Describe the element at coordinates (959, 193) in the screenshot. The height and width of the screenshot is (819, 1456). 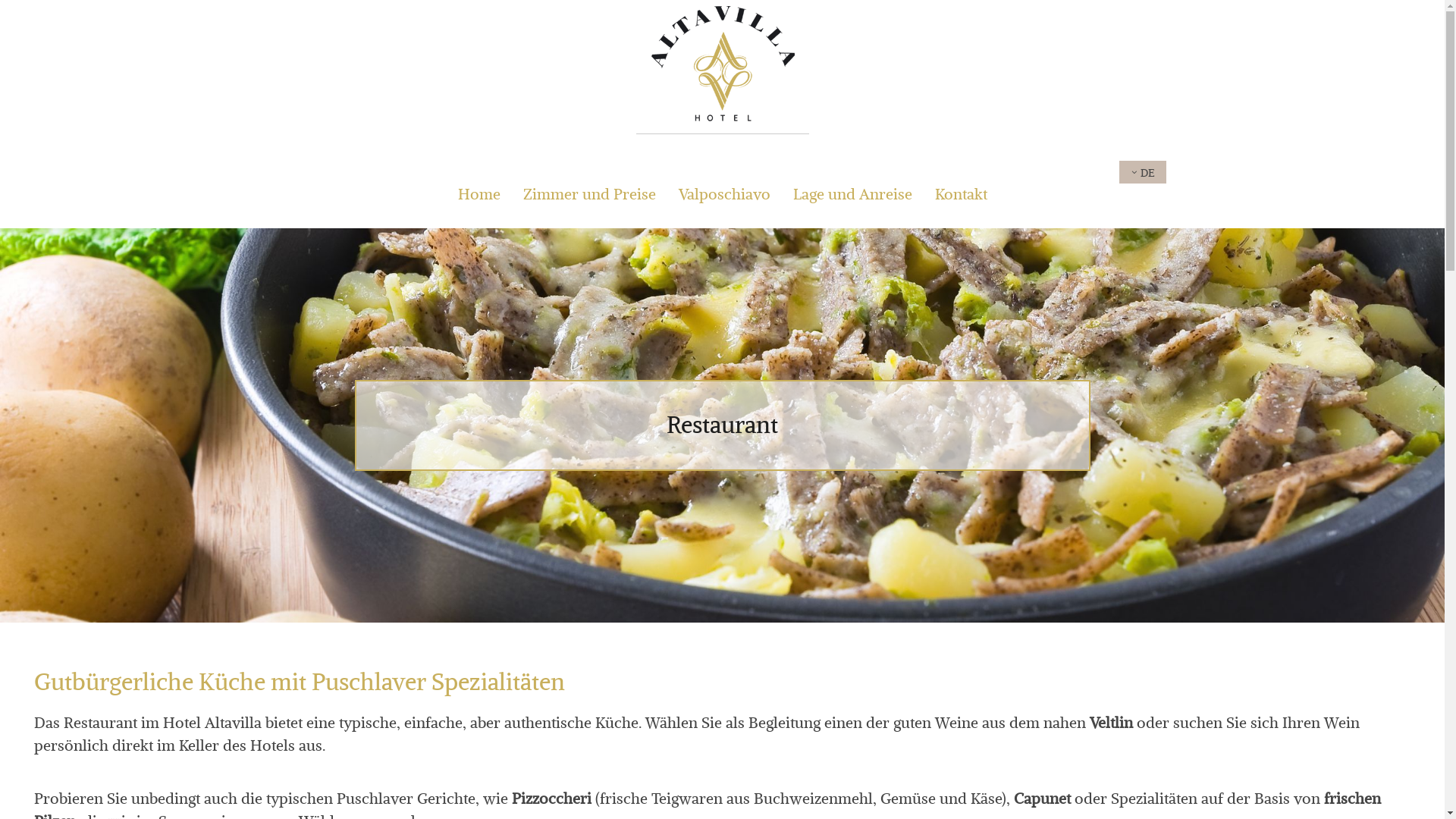
I see `'Kontakt'` at that location.